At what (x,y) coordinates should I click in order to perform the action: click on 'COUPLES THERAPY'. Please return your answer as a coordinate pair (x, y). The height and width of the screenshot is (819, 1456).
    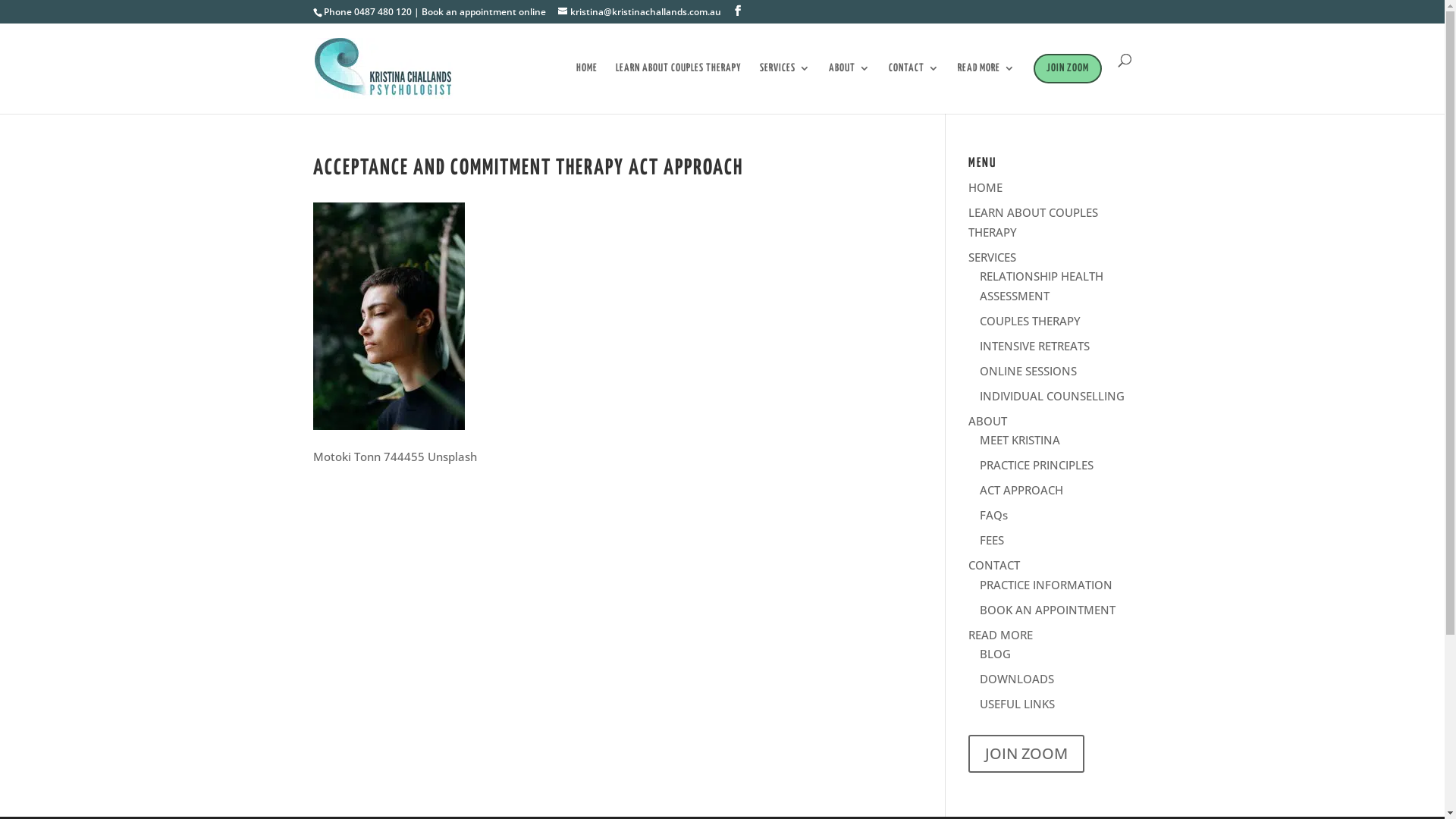
    Looking at the image, I should click on (979, 318).